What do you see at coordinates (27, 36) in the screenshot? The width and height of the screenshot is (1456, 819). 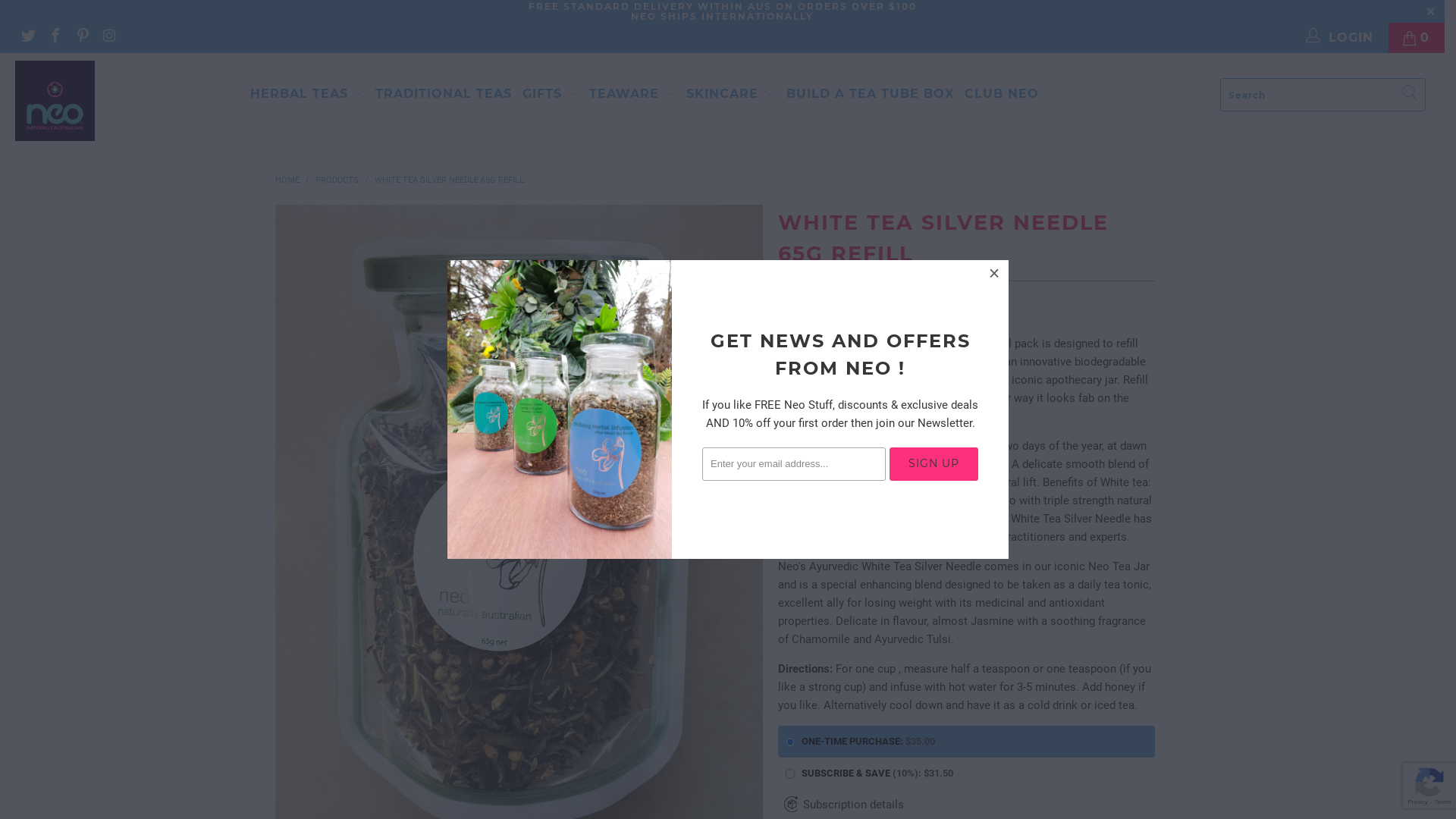 I see `'Neo Australia on Twitter'` at bounding box center [27, 36].